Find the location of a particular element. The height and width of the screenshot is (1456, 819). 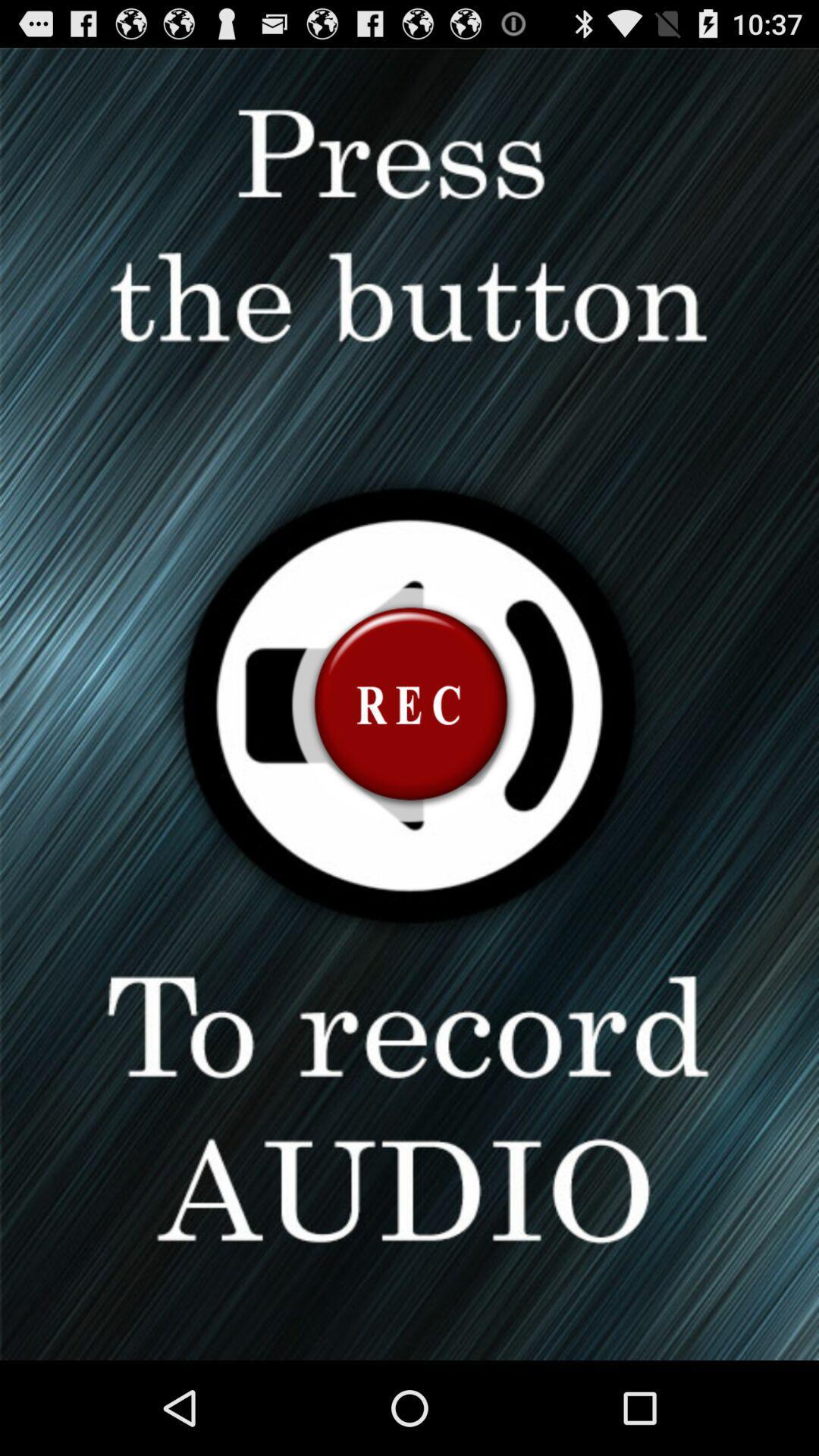

start recording is located at coordinates (409, 703).